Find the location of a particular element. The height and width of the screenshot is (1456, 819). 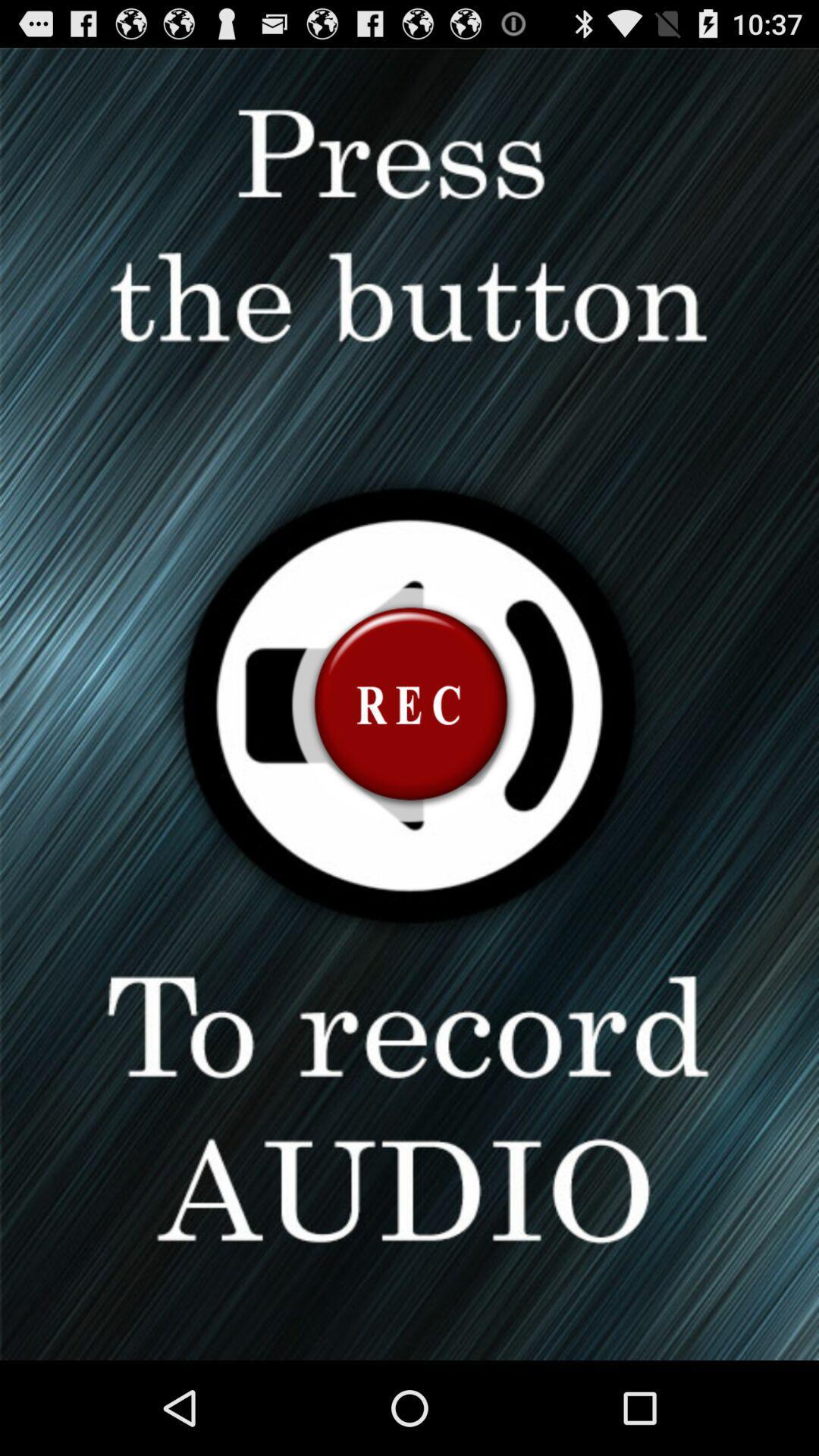

start recording is located at coordinates (409, 703).